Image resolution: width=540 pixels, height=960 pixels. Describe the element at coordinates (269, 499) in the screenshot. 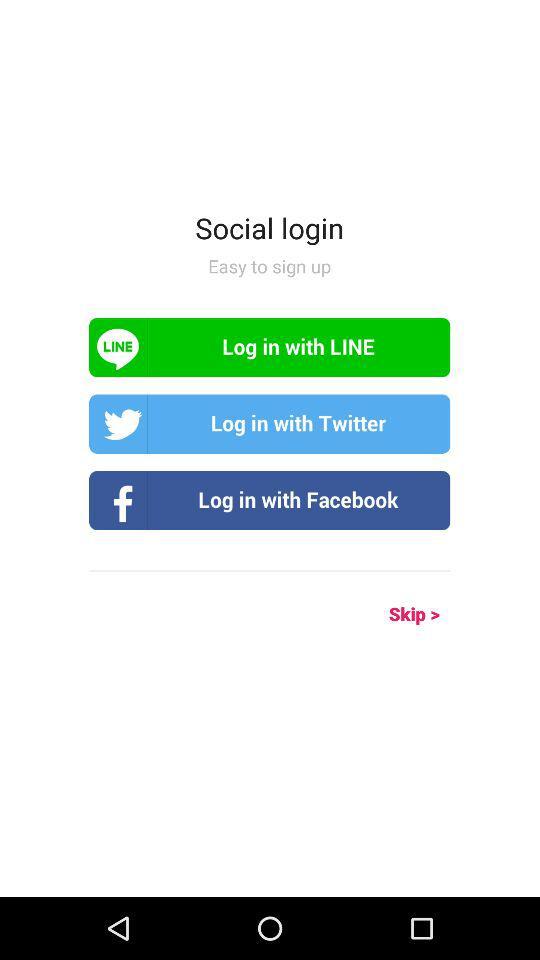

I see `choose this` at that location.